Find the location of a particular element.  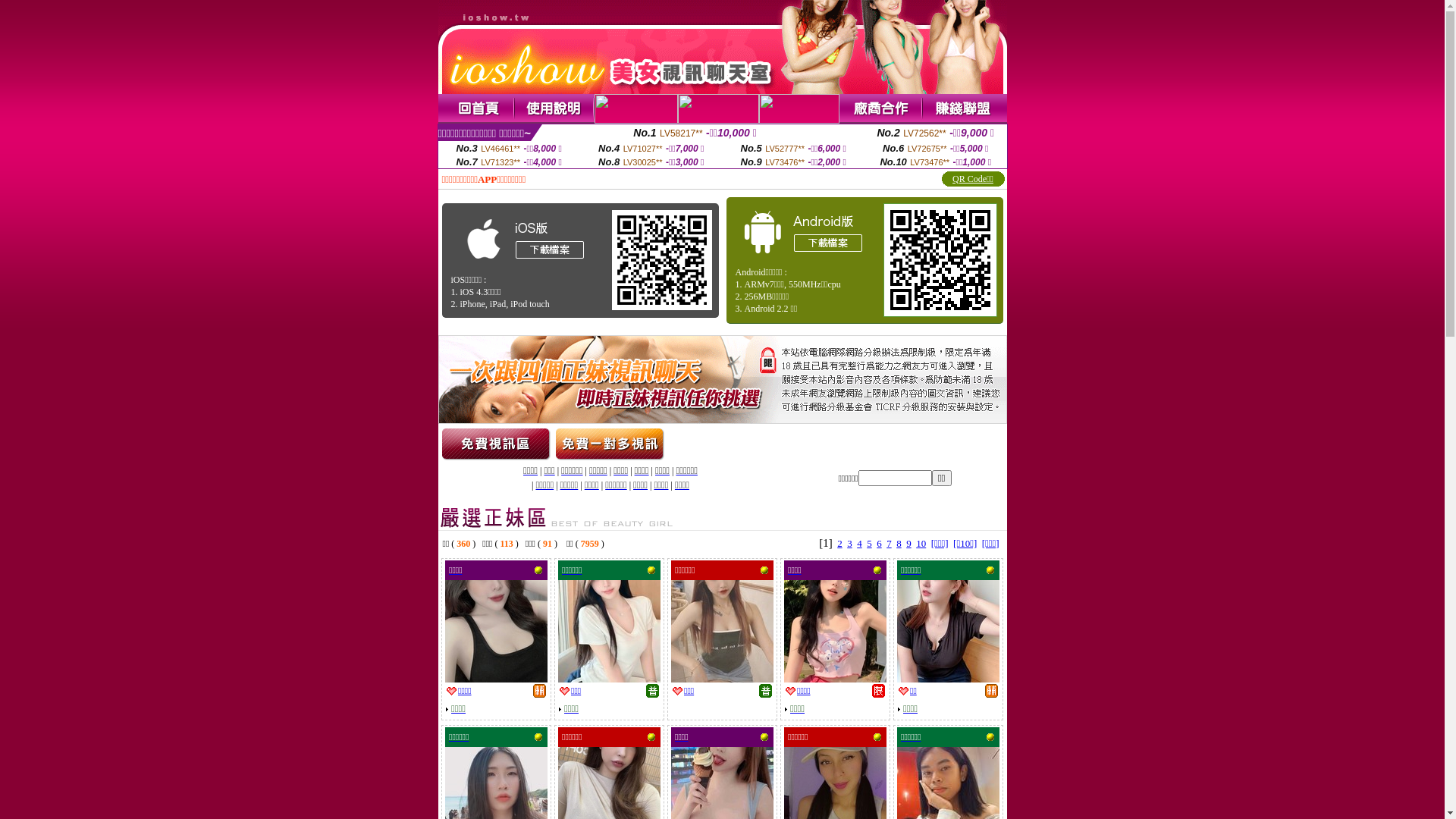

'5' is located at coordinates (869, 542).